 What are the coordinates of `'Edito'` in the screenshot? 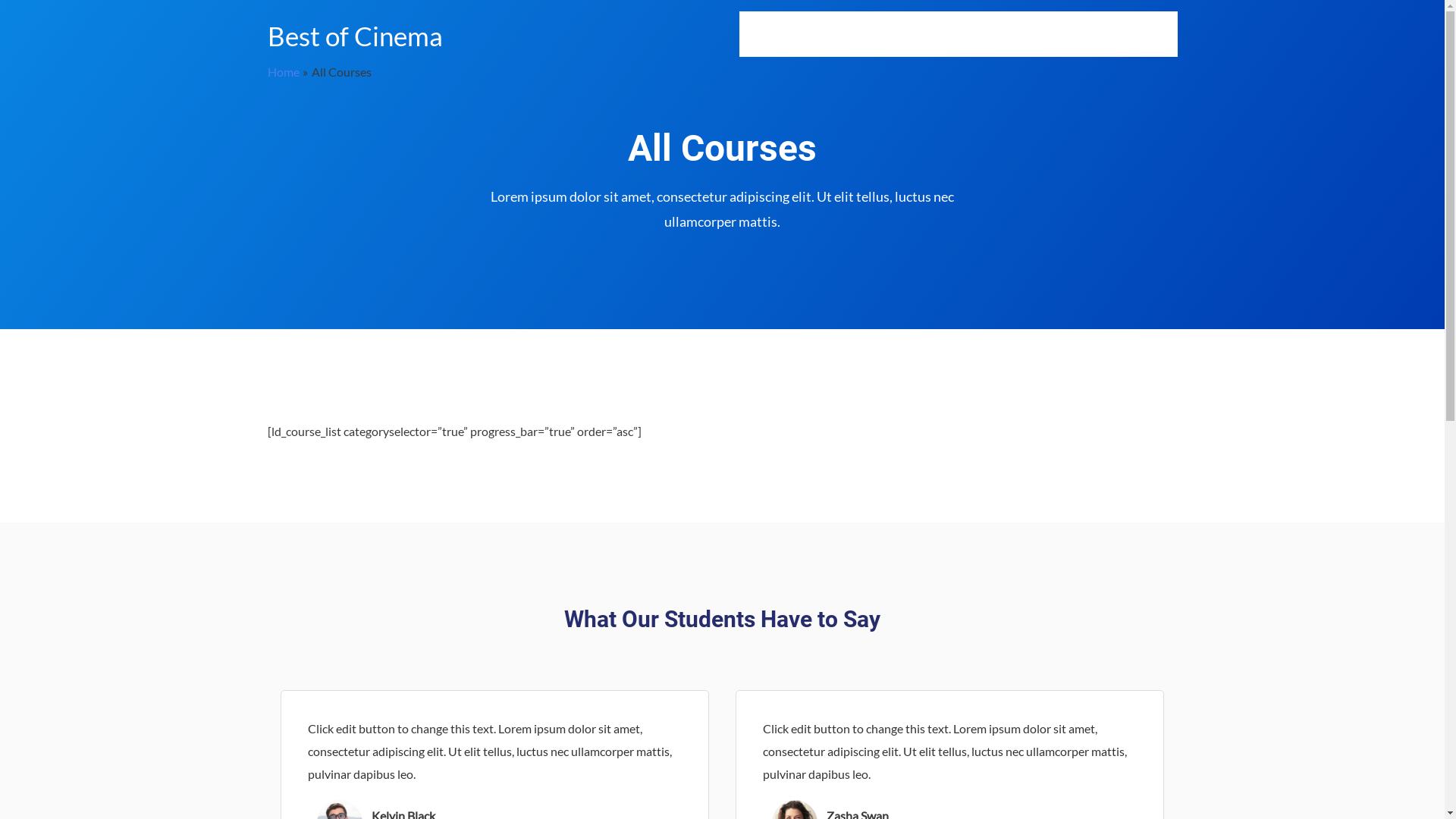 It's located at (1090, 34).